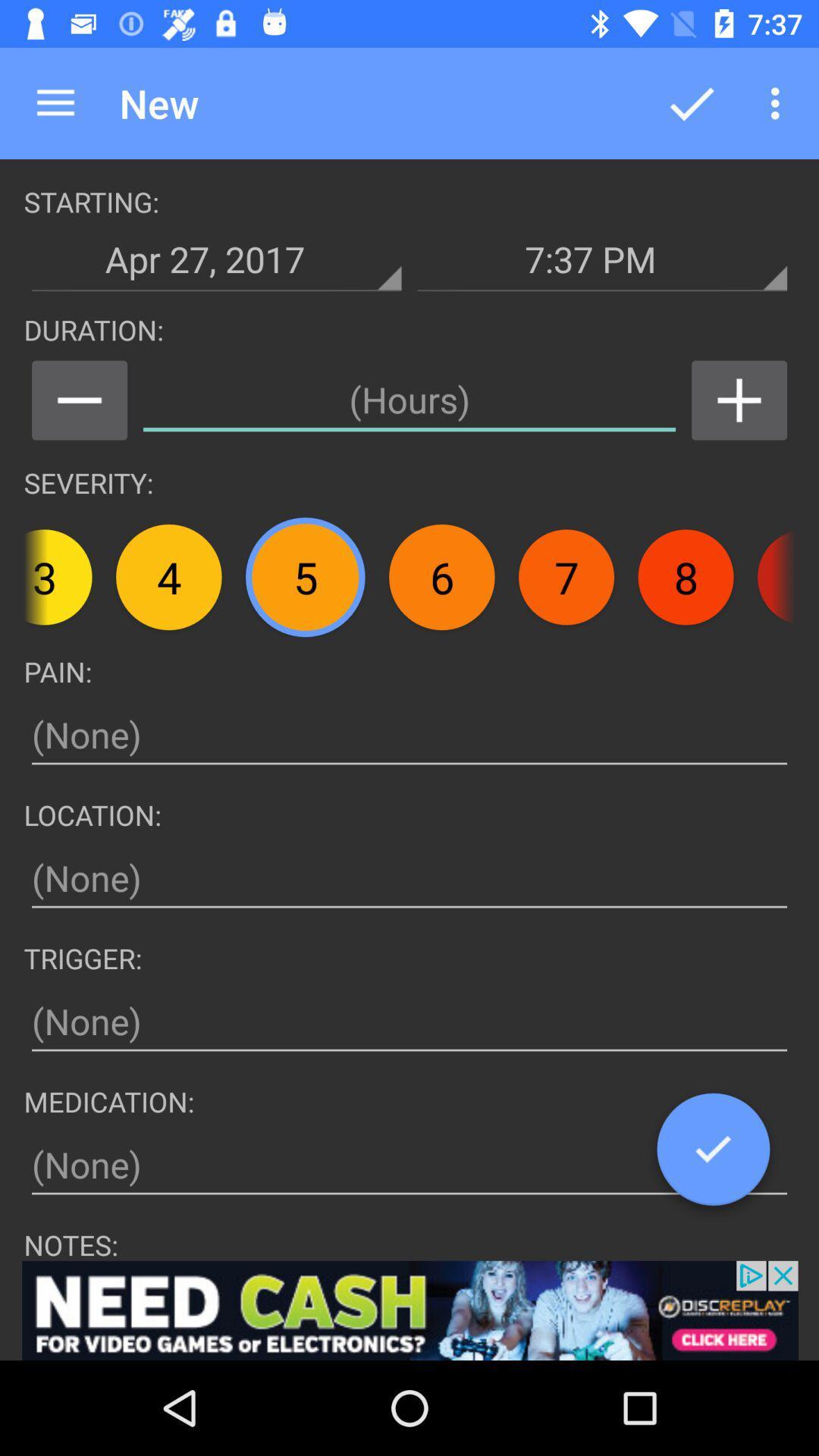 The image size is (819, 1456). I want to click on less duration option, so click(79, 400).